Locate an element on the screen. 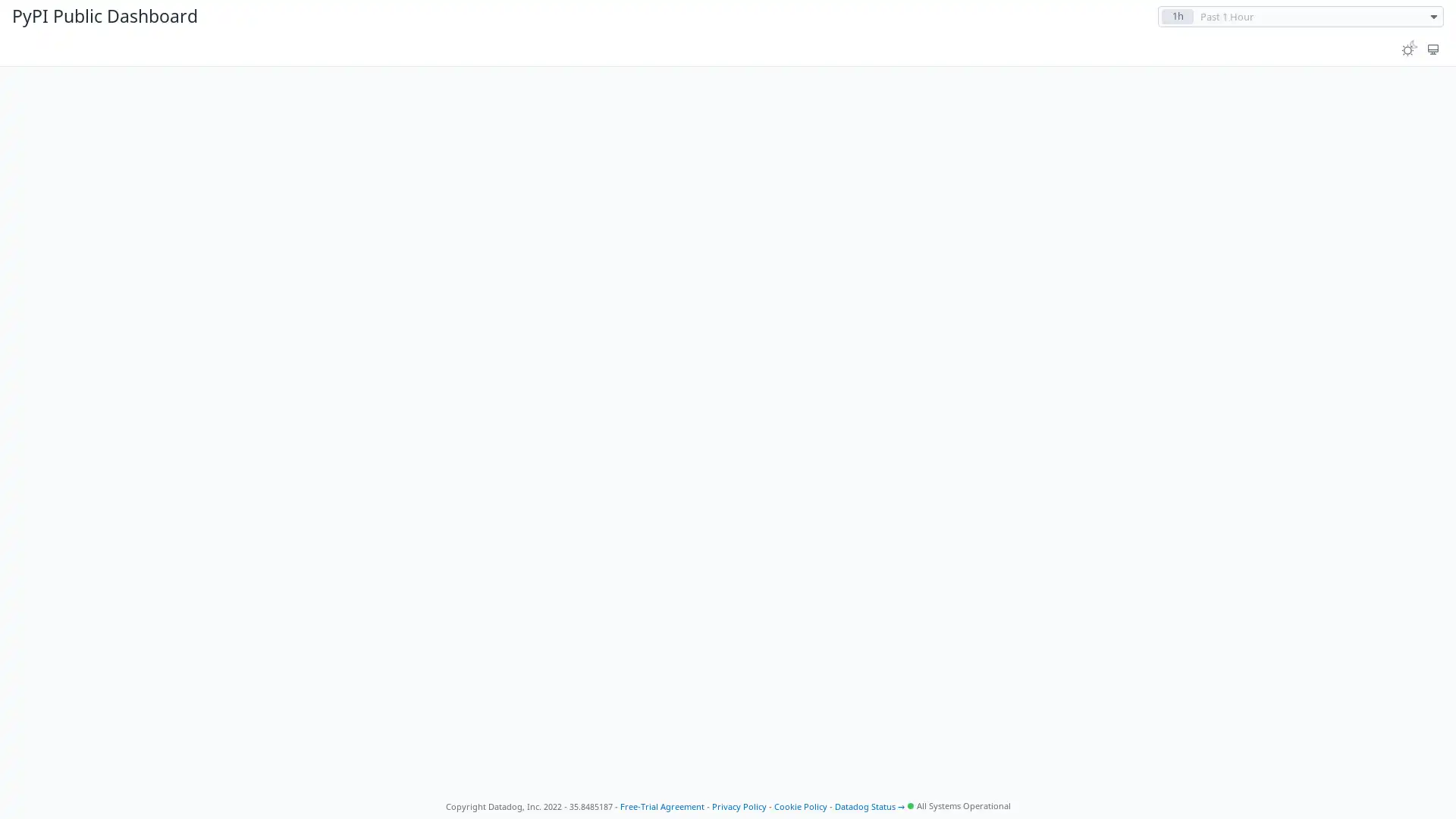 This screenshot has height=819, width=1456. Toggle between light and dark theme is located at coordinates (1407, 48).